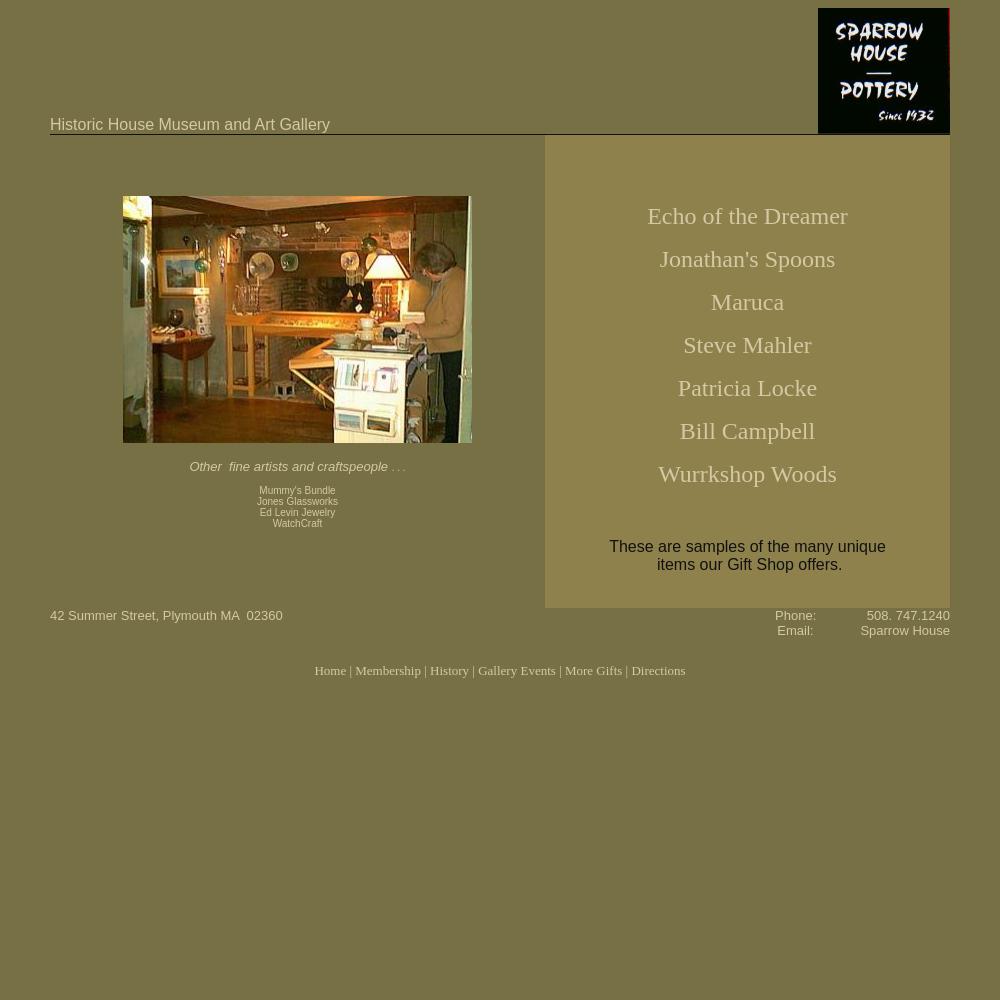 The width and height of the screenshot is (1000, 1000). Describe the element at coordinates (166, 614) in the screenshot. I see `'42 Summer Street, Plymouth MA  
    02360'` at that location.